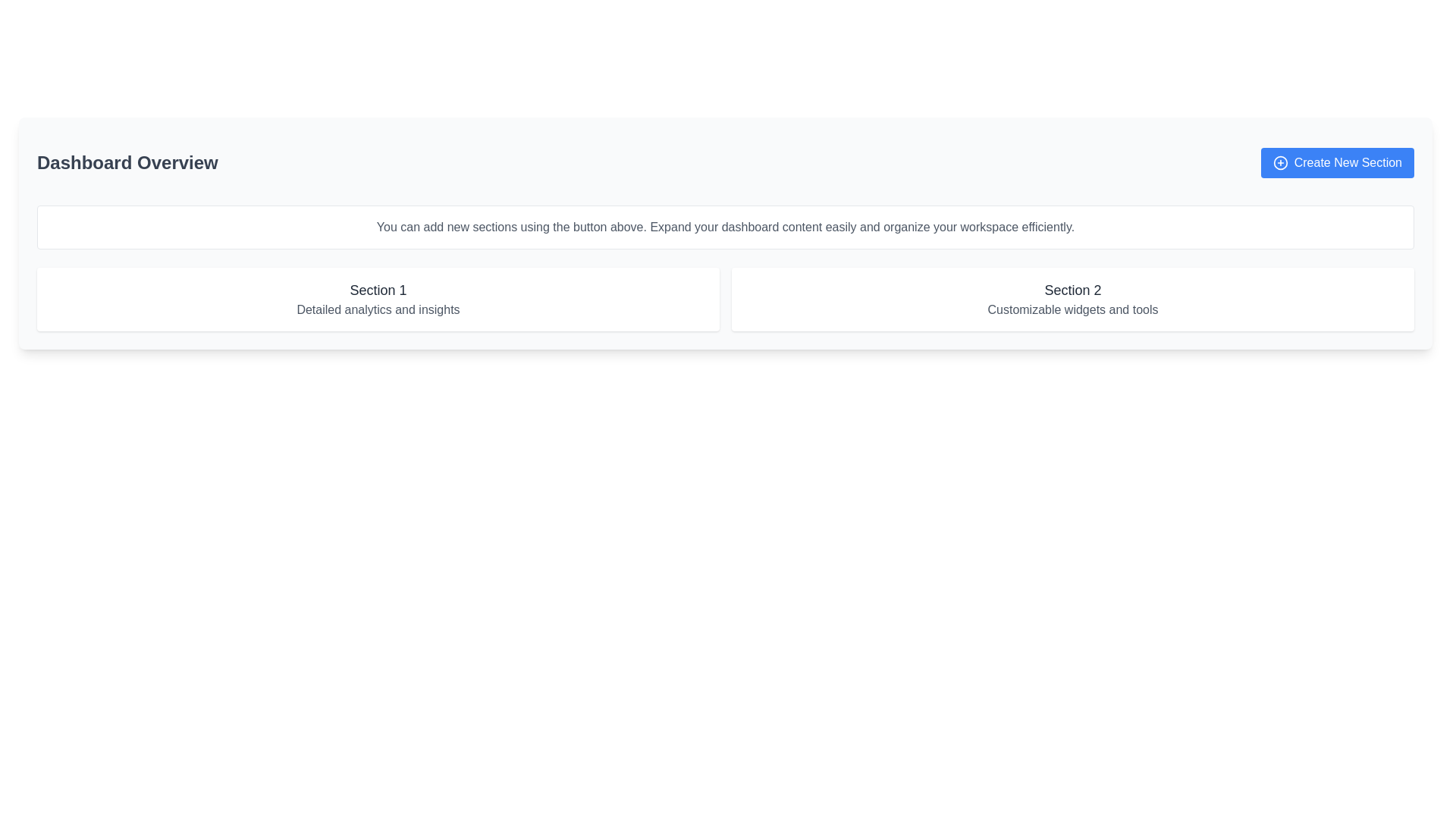 The width and height of the screenshot is (1456, 819). Describe the element at coordinates (1279, 163) in the screenshot. I see `the circular boundary of the 'Create New Section' button's icon located at the top-right corner of the interface` at that location.